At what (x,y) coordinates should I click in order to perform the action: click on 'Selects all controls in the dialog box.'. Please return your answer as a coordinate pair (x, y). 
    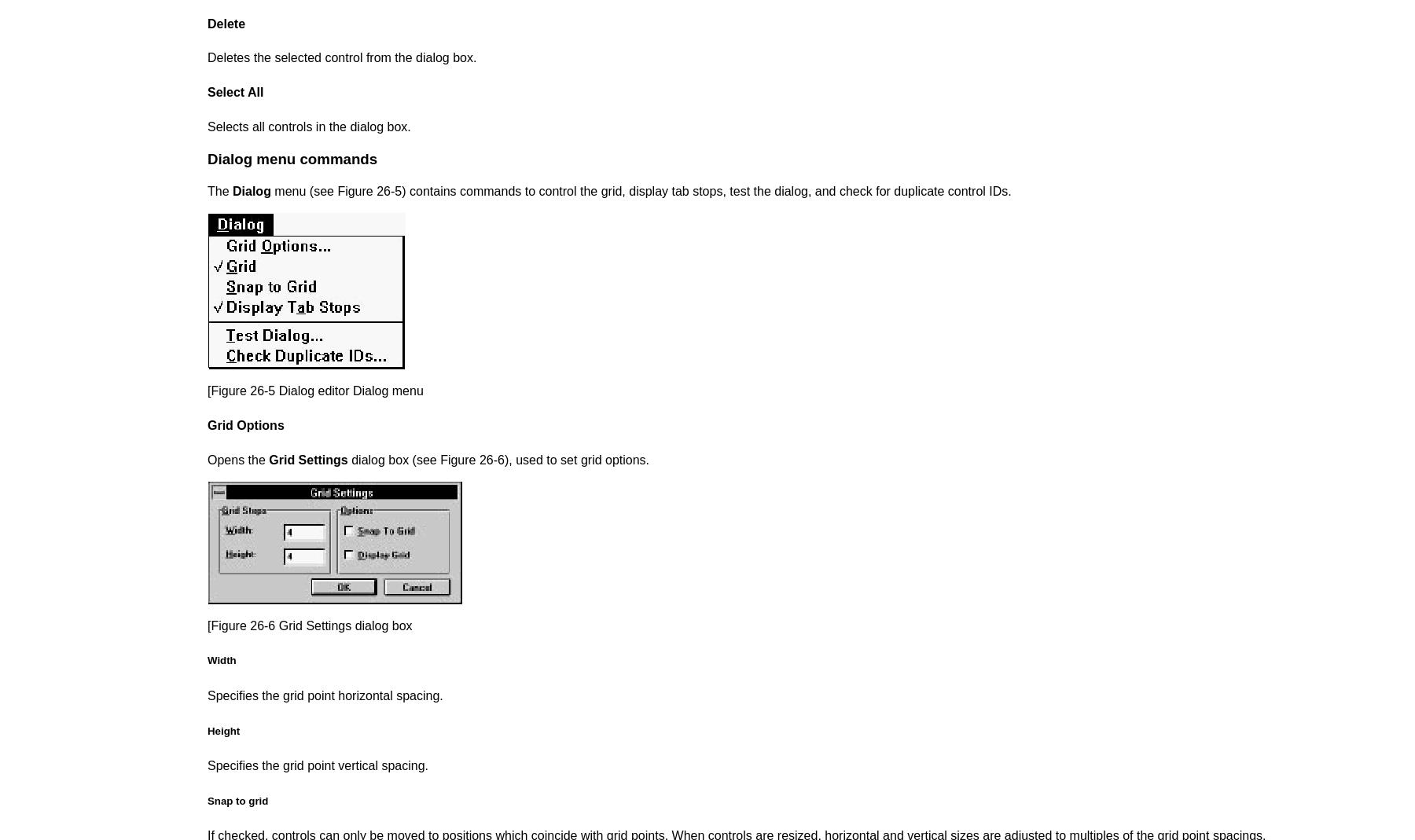
    Looking at the image, I should click on (308, 126).